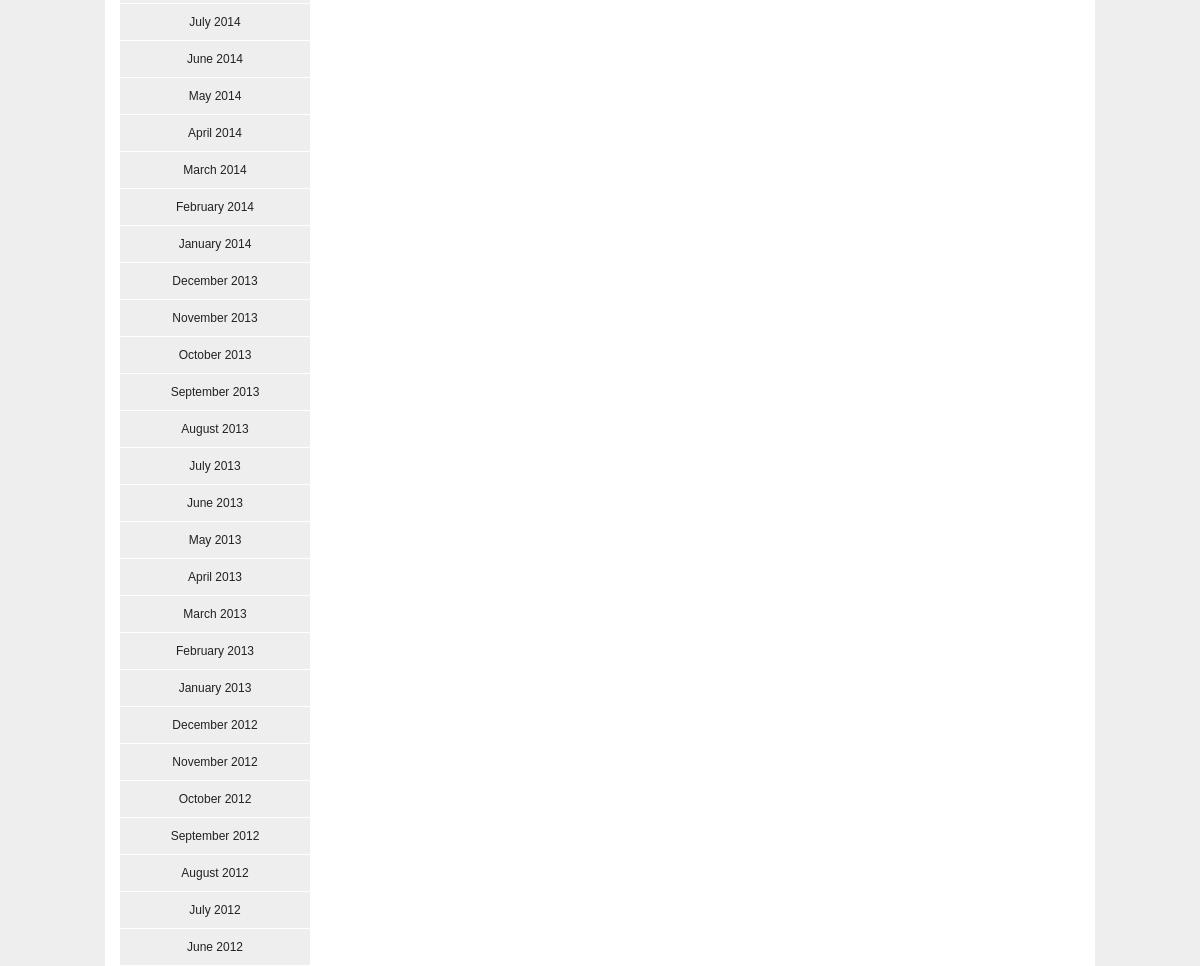 The image size is (1200, 966). What do you see at coordinates (185, 575) in the screenshot?
I see `'April 2013'` at bounding box center [185, 575].